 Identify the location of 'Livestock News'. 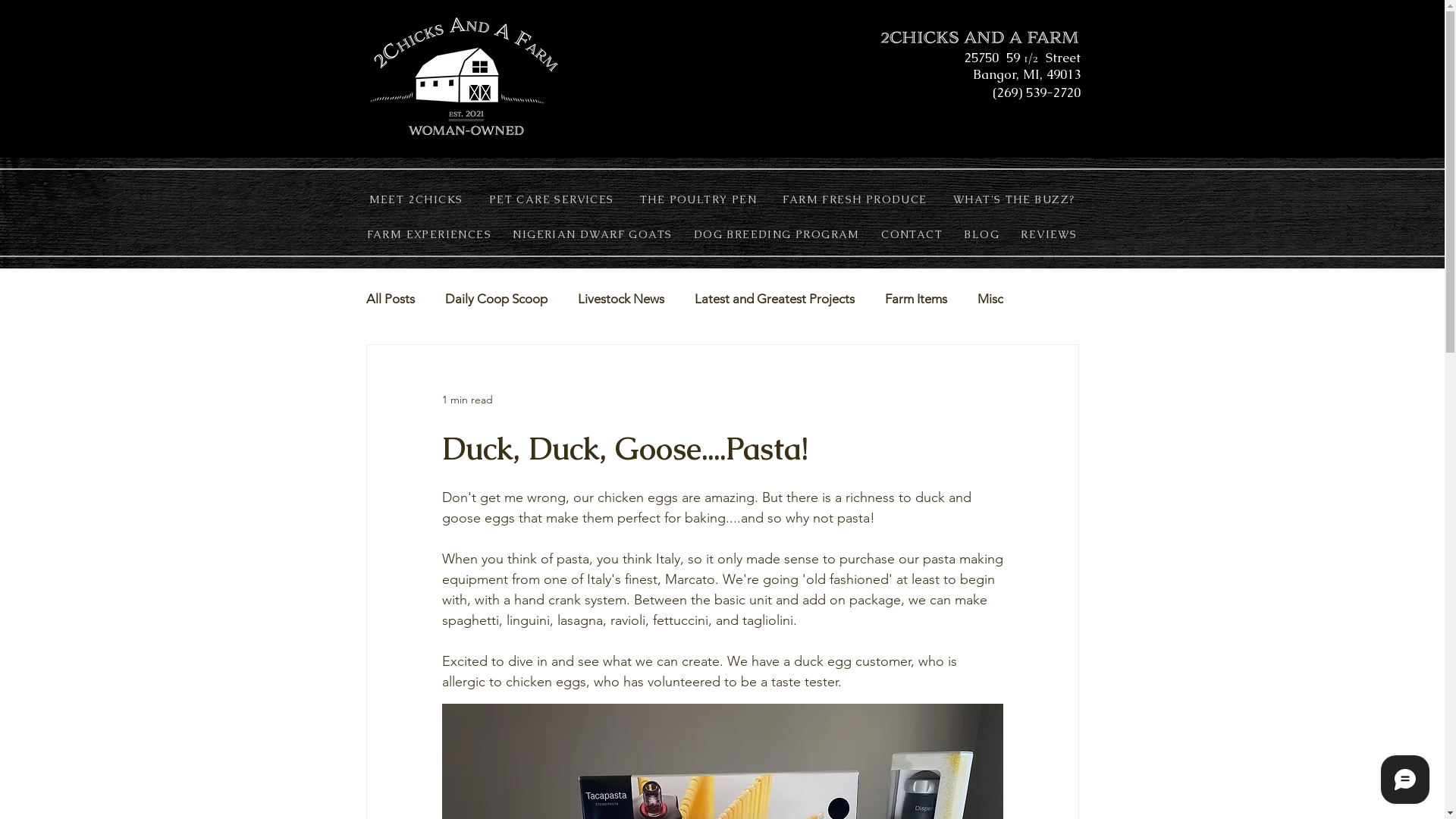
(621, 298).